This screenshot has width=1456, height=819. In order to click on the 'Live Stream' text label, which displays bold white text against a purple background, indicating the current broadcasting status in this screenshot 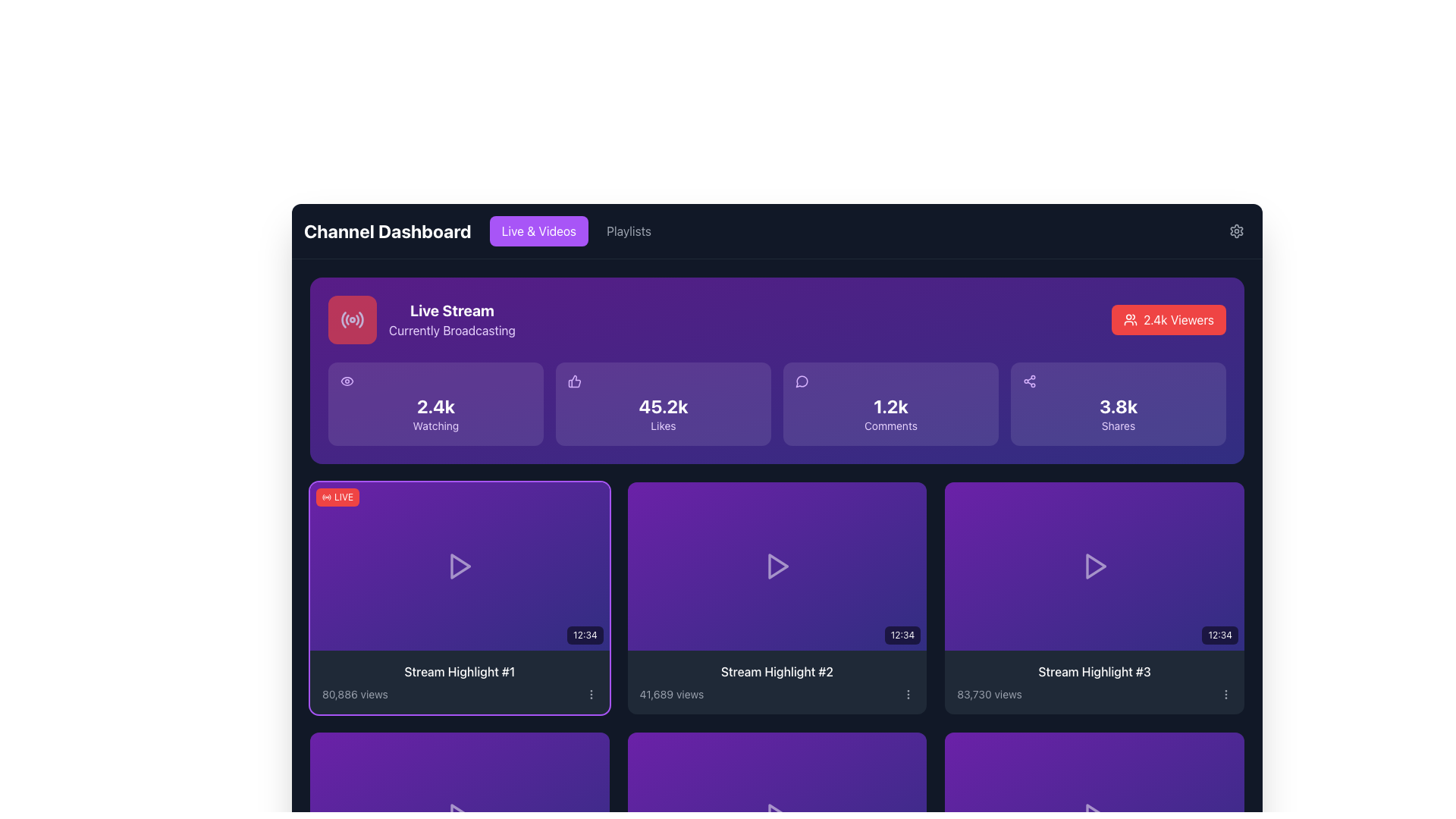, I will do `click(451, 318)`.